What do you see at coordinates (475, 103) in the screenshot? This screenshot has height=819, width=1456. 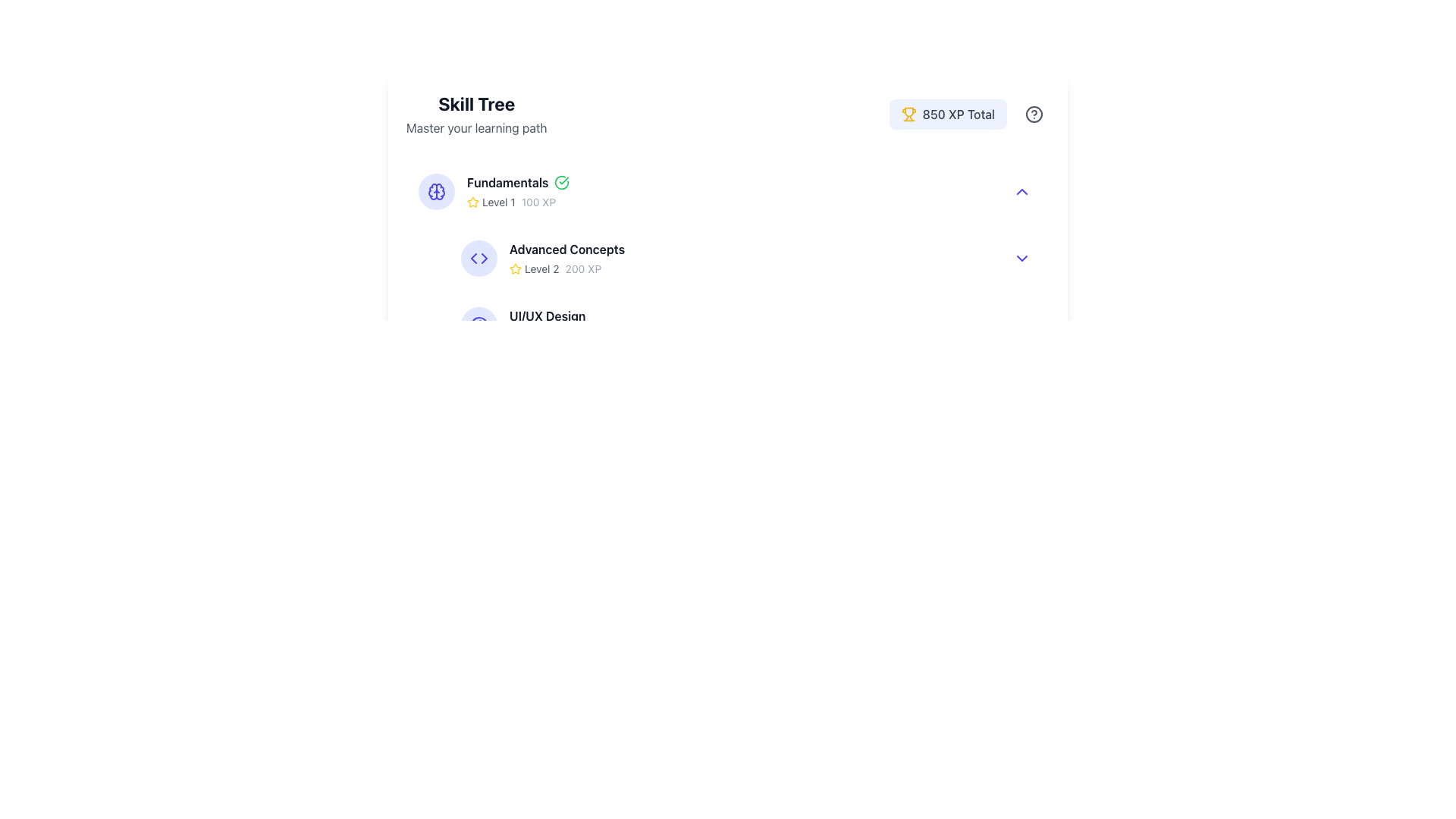 I see `text element that displays 'Skill Tree' in bold, dark font, located at the top of the educational content section` at bounding box center [475, 103].